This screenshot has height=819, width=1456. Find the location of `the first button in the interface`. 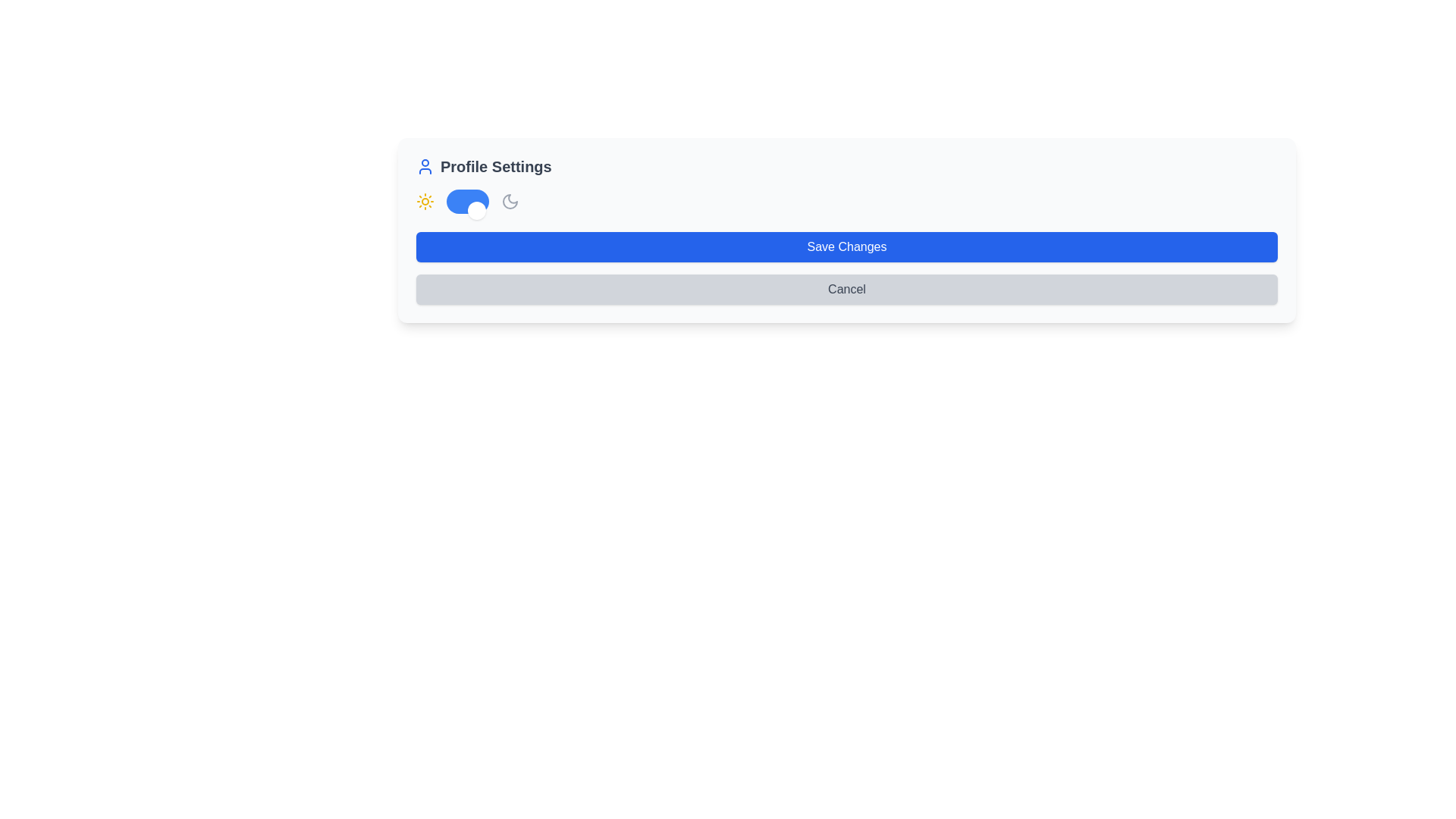

the first button in the interface is located at coordinates (846, 246).